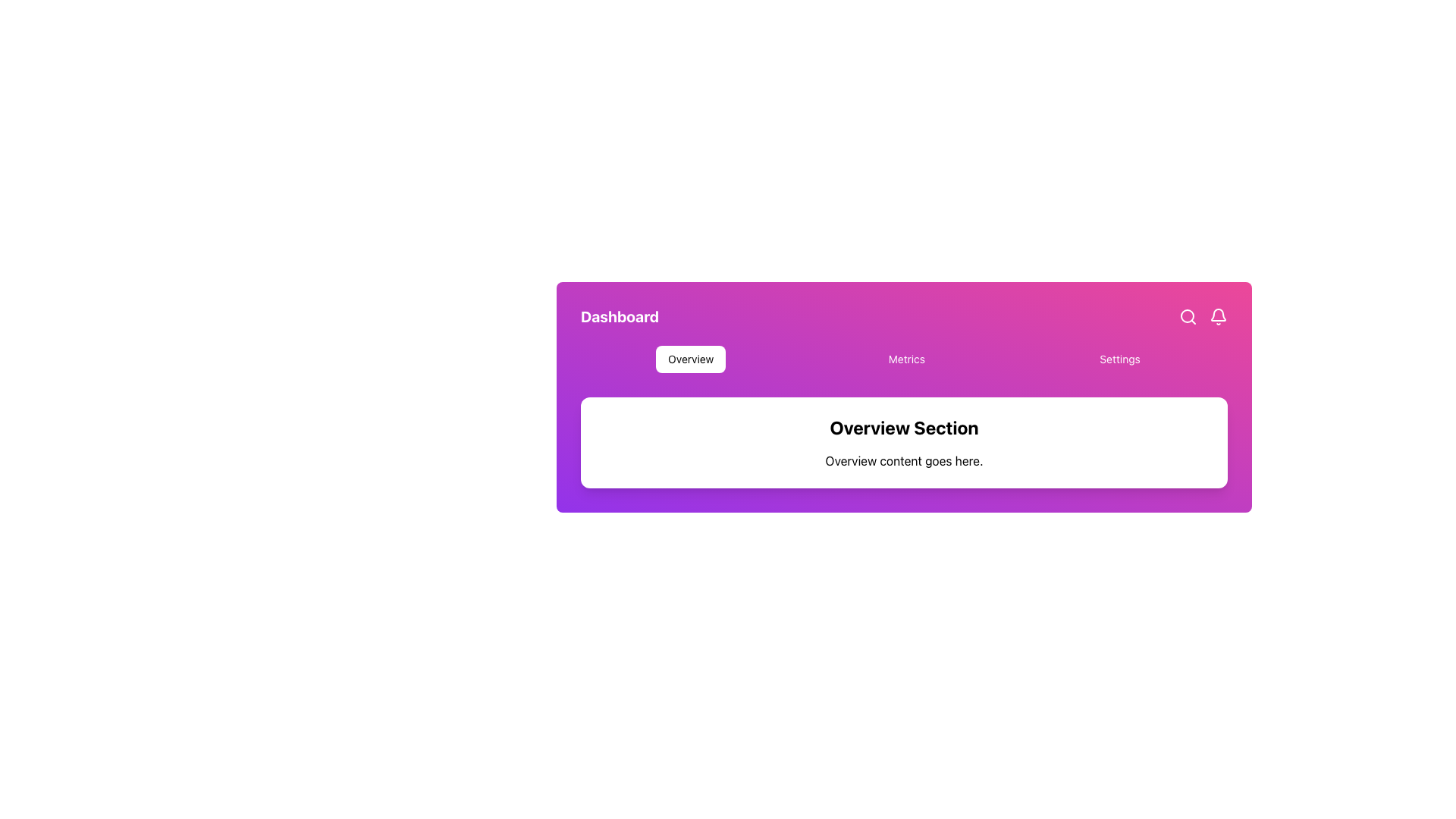 The image size is (1456, 819). What do you see at coordinates (904, 442) in the screenshot?
I see `the text block that contains the bold line 'Overview Section' and the standard line 'Overview content goes here', located within a white rounded rectangle on a purple gradient background` at bounding box center [904, 442].